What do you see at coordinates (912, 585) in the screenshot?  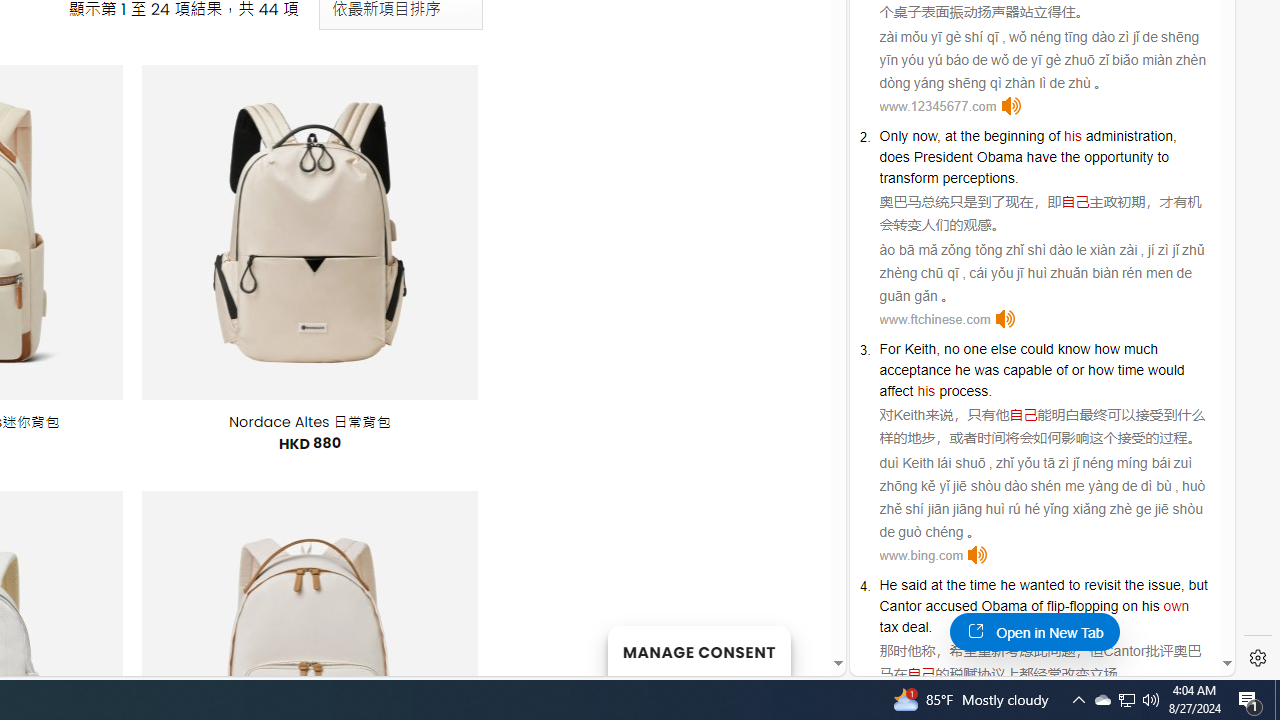 I see `'said'` at bounding box center [912, 585].